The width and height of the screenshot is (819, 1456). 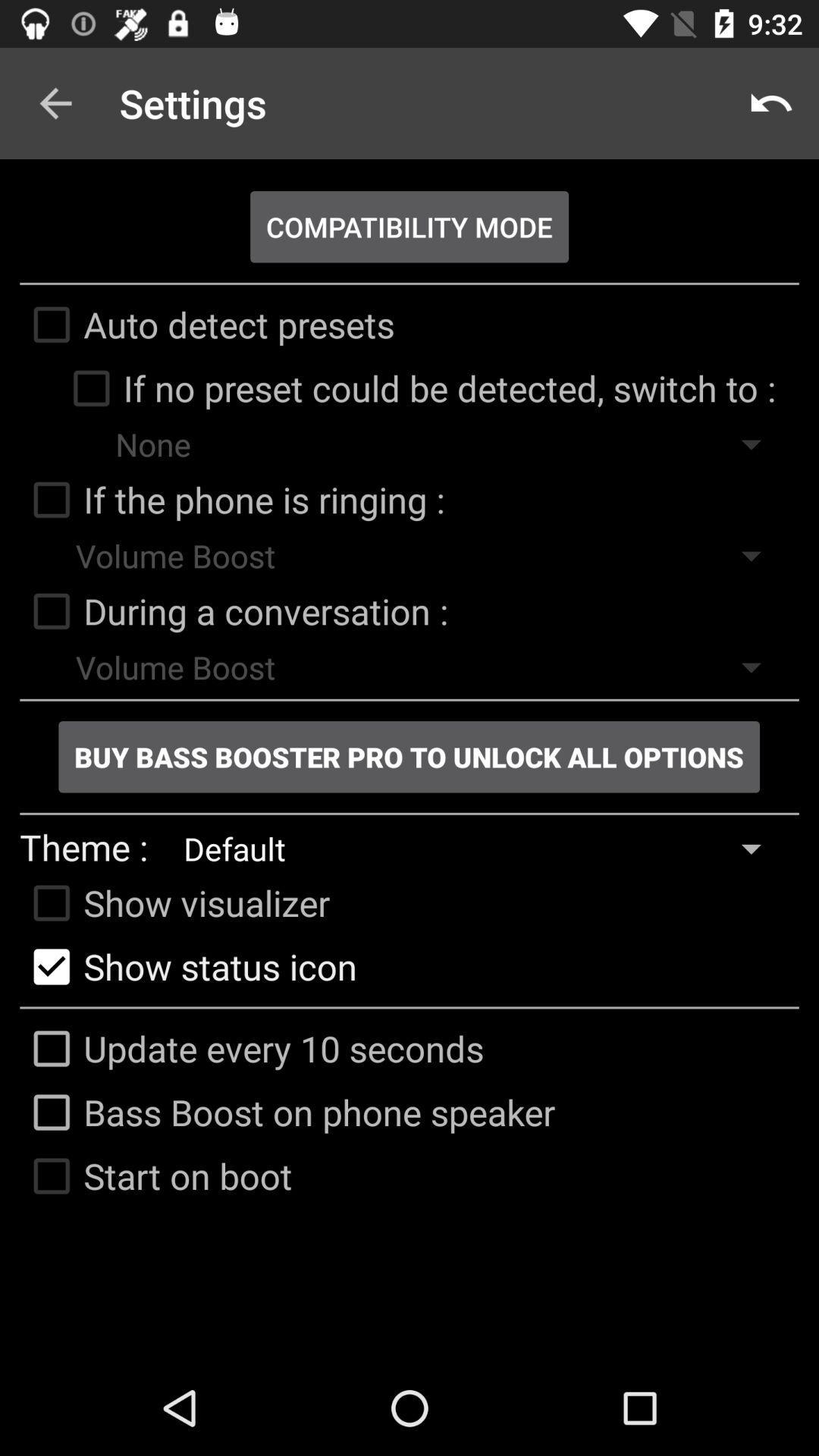 I want to click on bass boost on item, so click(x=287, y=1112).